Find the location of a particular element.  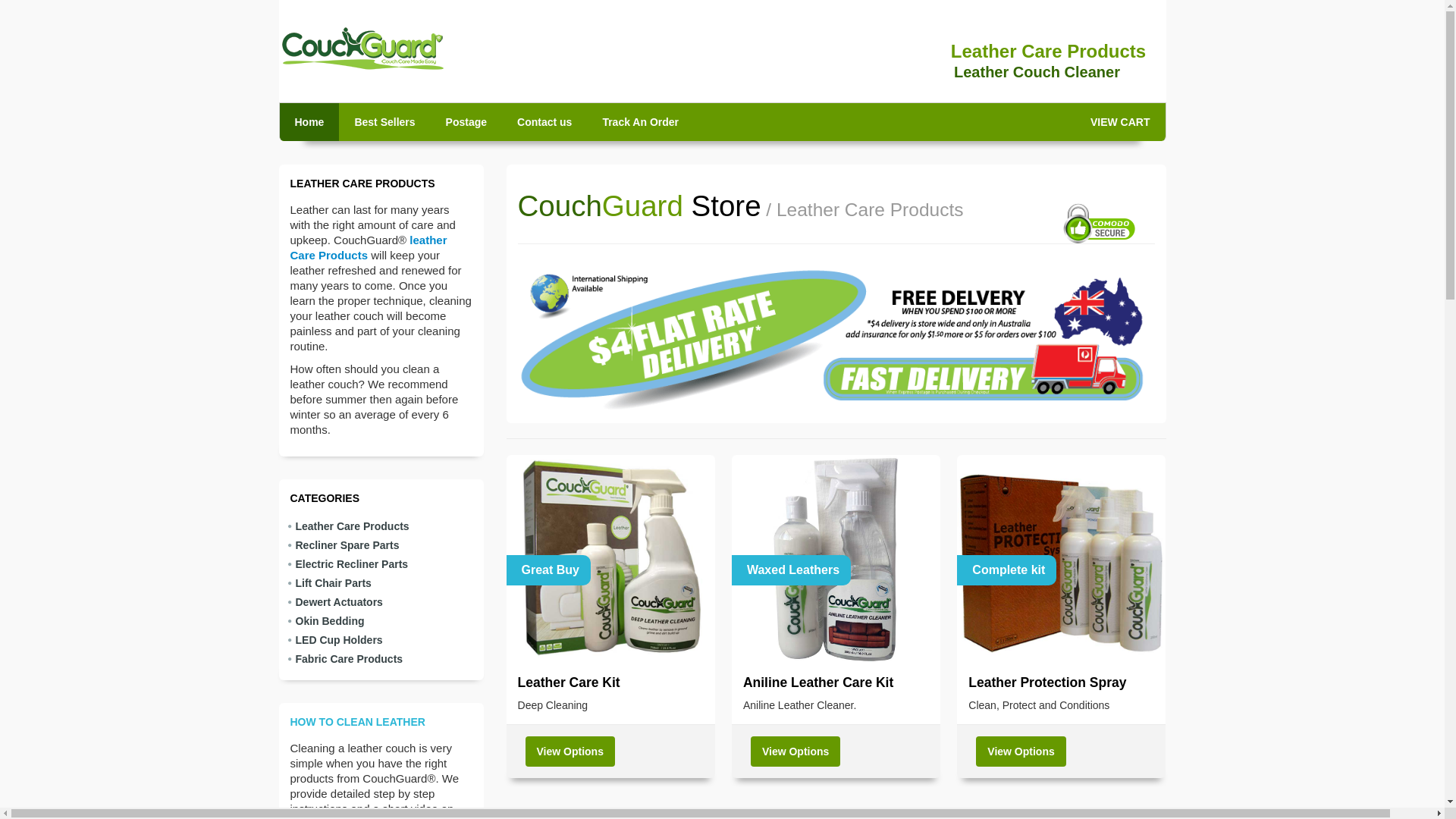

'Leather Care Products' is located at coordinates (386, 526).